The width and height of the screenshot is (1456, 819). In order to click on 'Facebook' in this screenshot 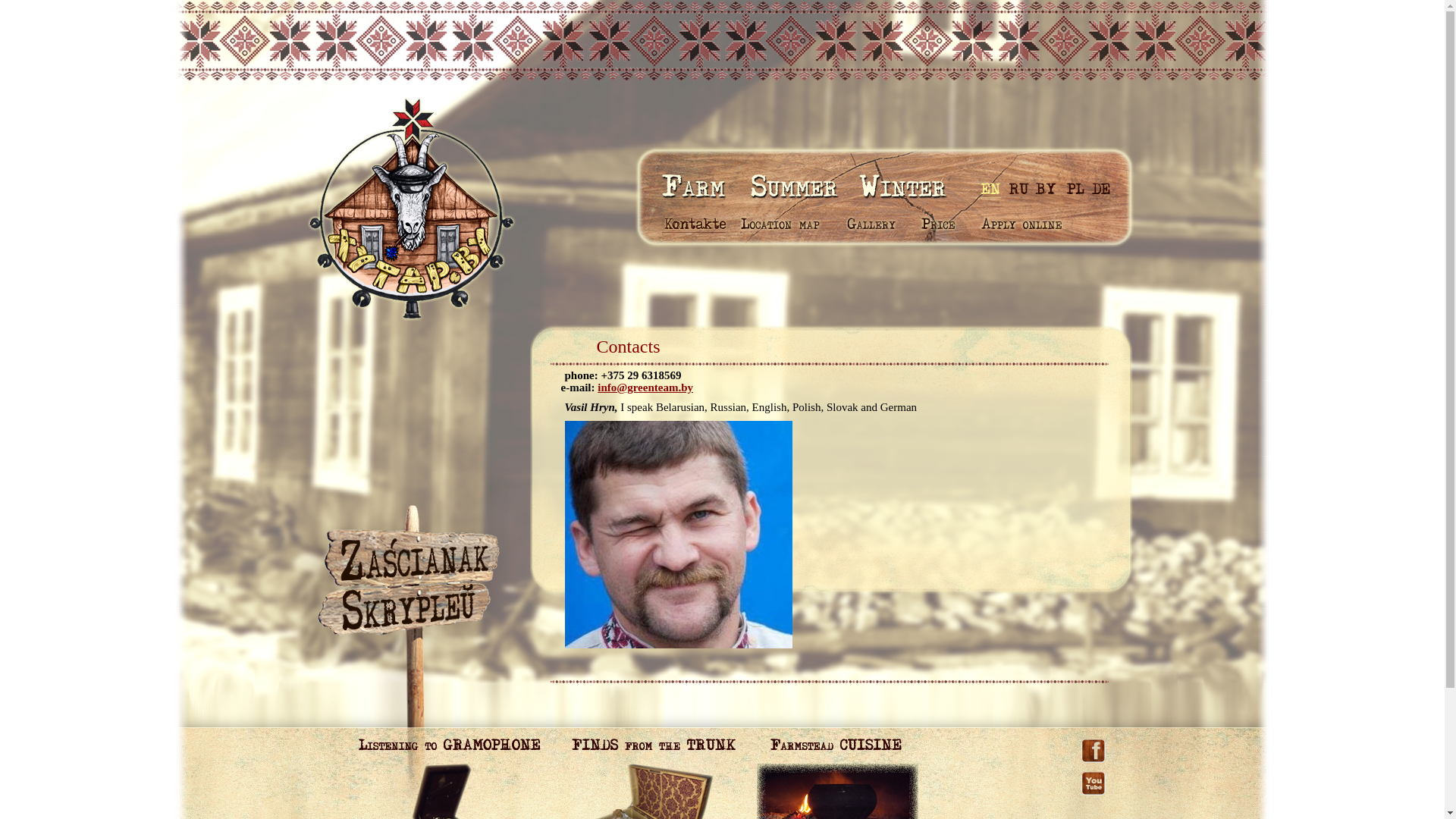, I will do `click(1093, 744)`.